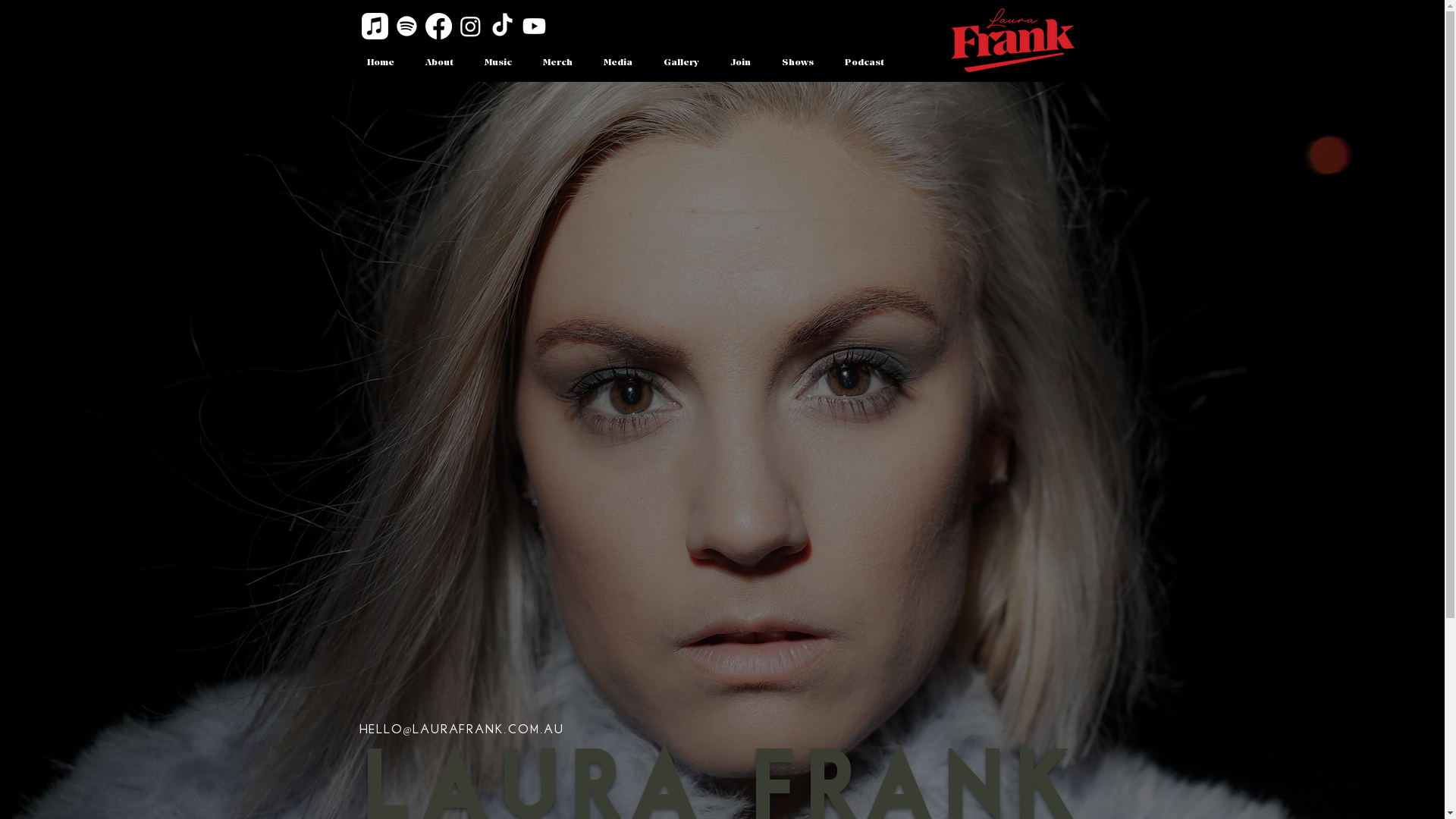 The image size is (1456, 819). What do you see at coordinates (438, 62) in the screenshot?
I see `'About'` at bounding box center [438, 62].